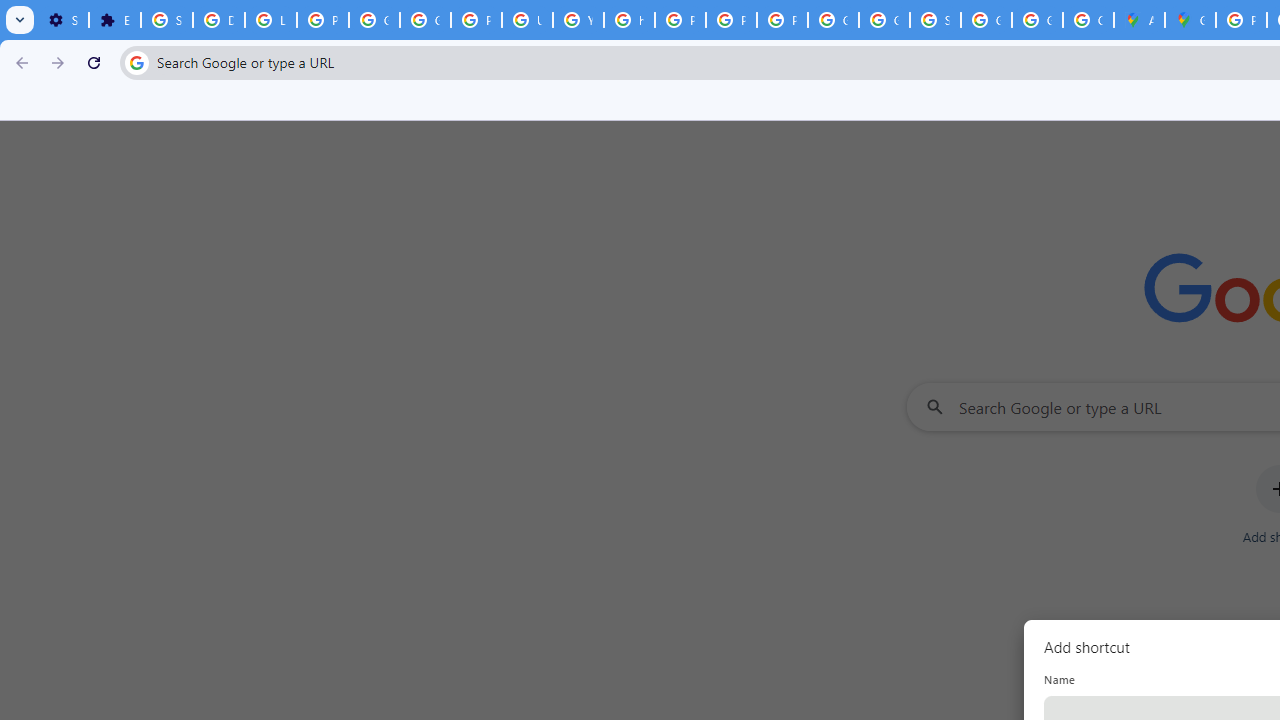 This screenshot has height=720, width=1280. Describe the element at coordinates (680, 20) in the screenshot. I see `'Privacy Help Center - Policies Help'` at that location.